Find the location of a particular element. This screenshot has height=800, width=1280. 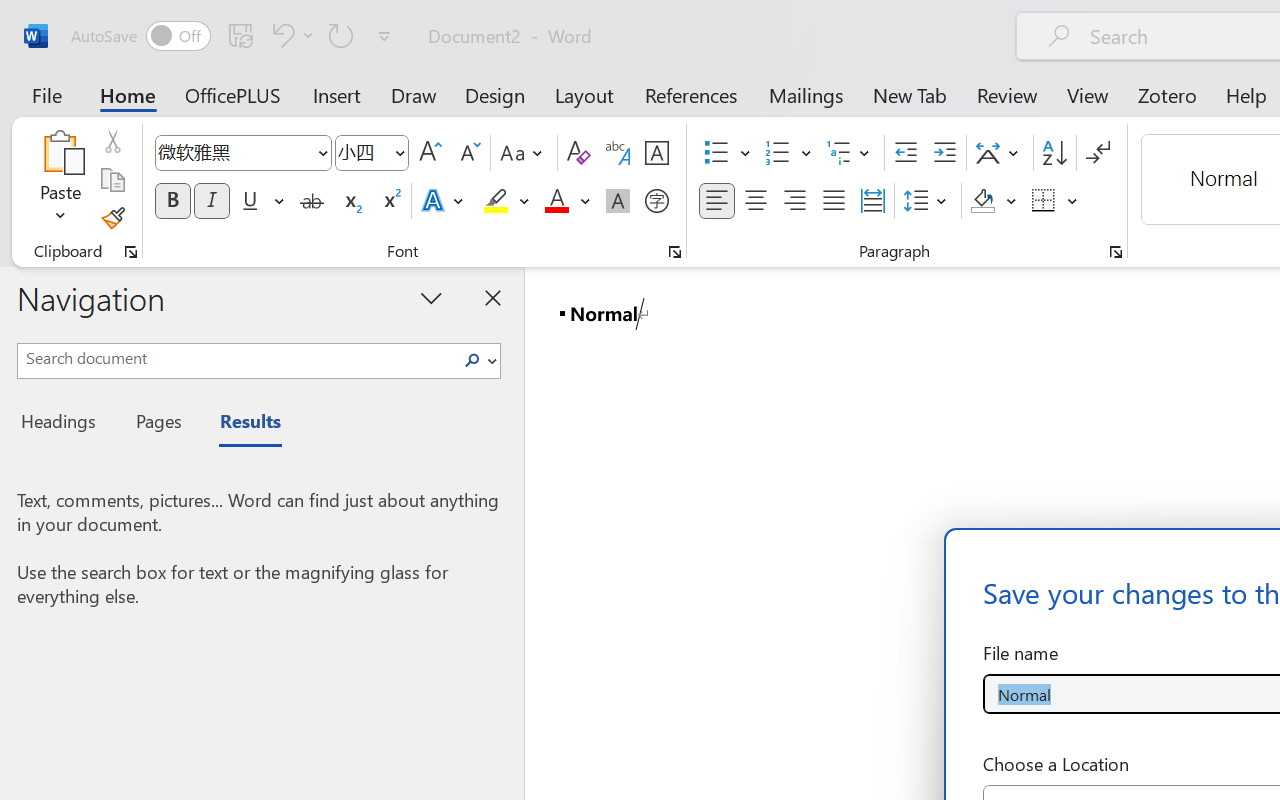

'Format Painter' is located at coordinates (111, 218).